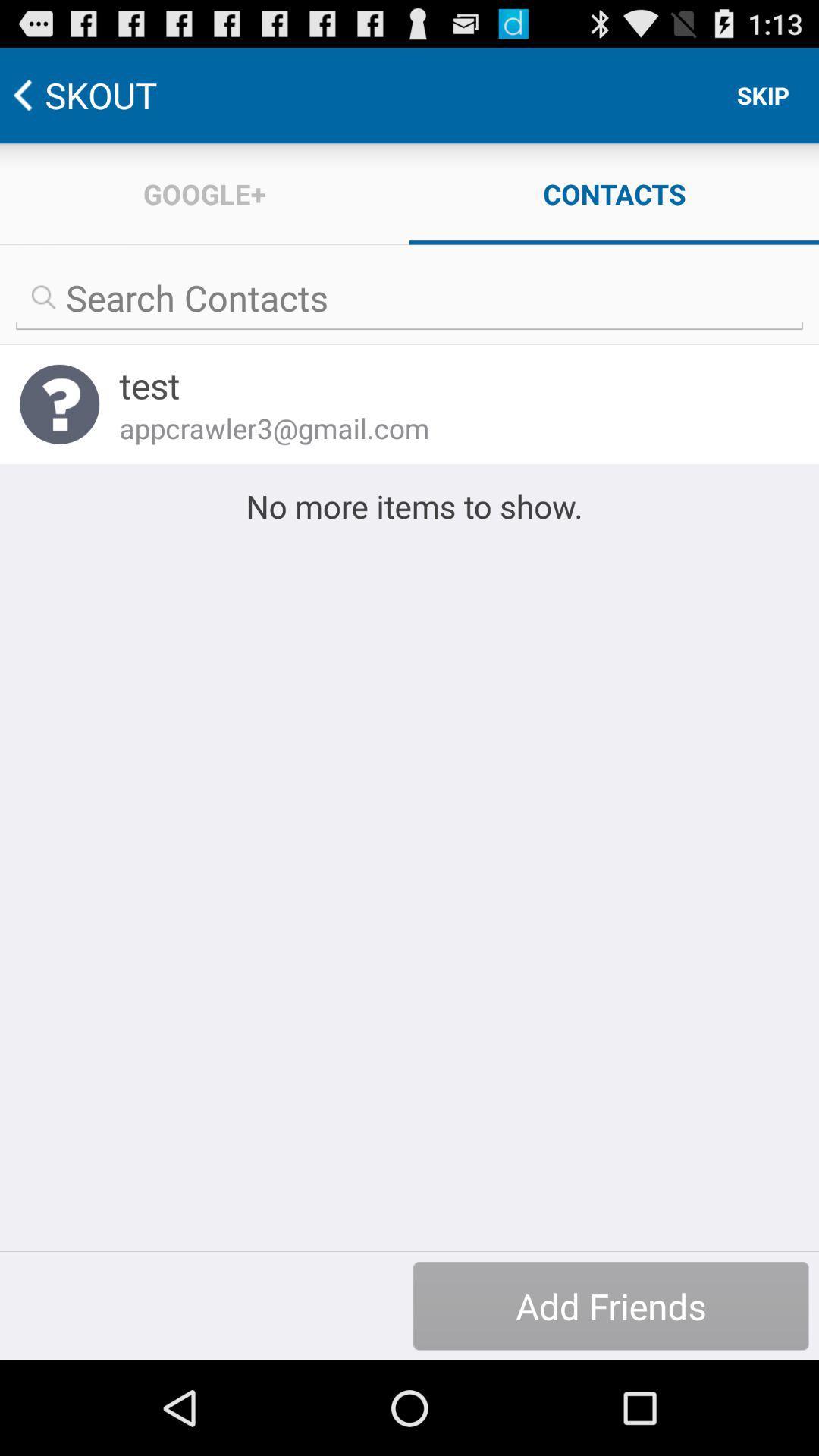  Describe the element at coordinates (448, 385) in the screenshot. I see `the test icon` at that location.